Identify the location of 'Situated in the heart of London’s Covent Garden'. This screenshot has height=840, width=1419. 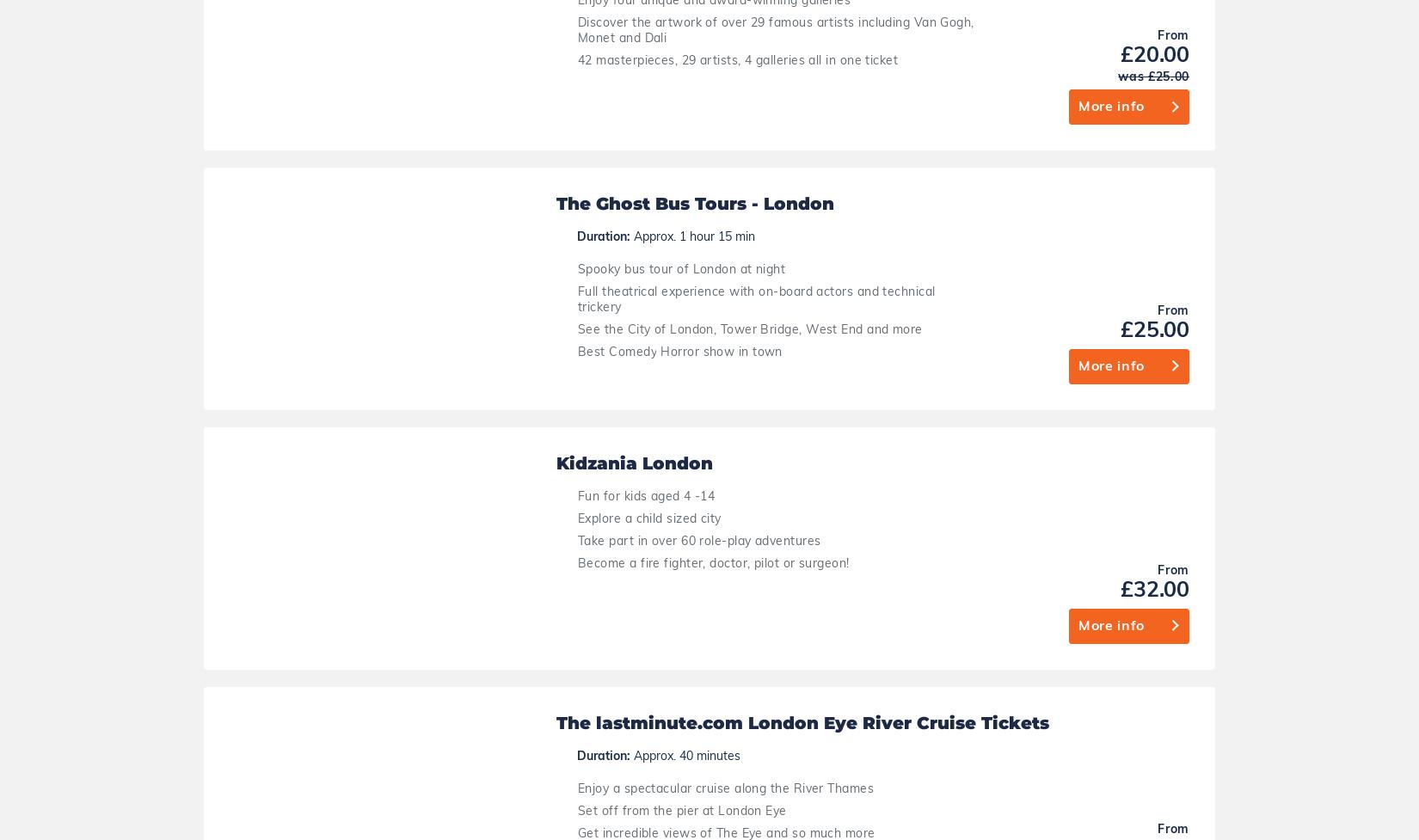
(722, 675).